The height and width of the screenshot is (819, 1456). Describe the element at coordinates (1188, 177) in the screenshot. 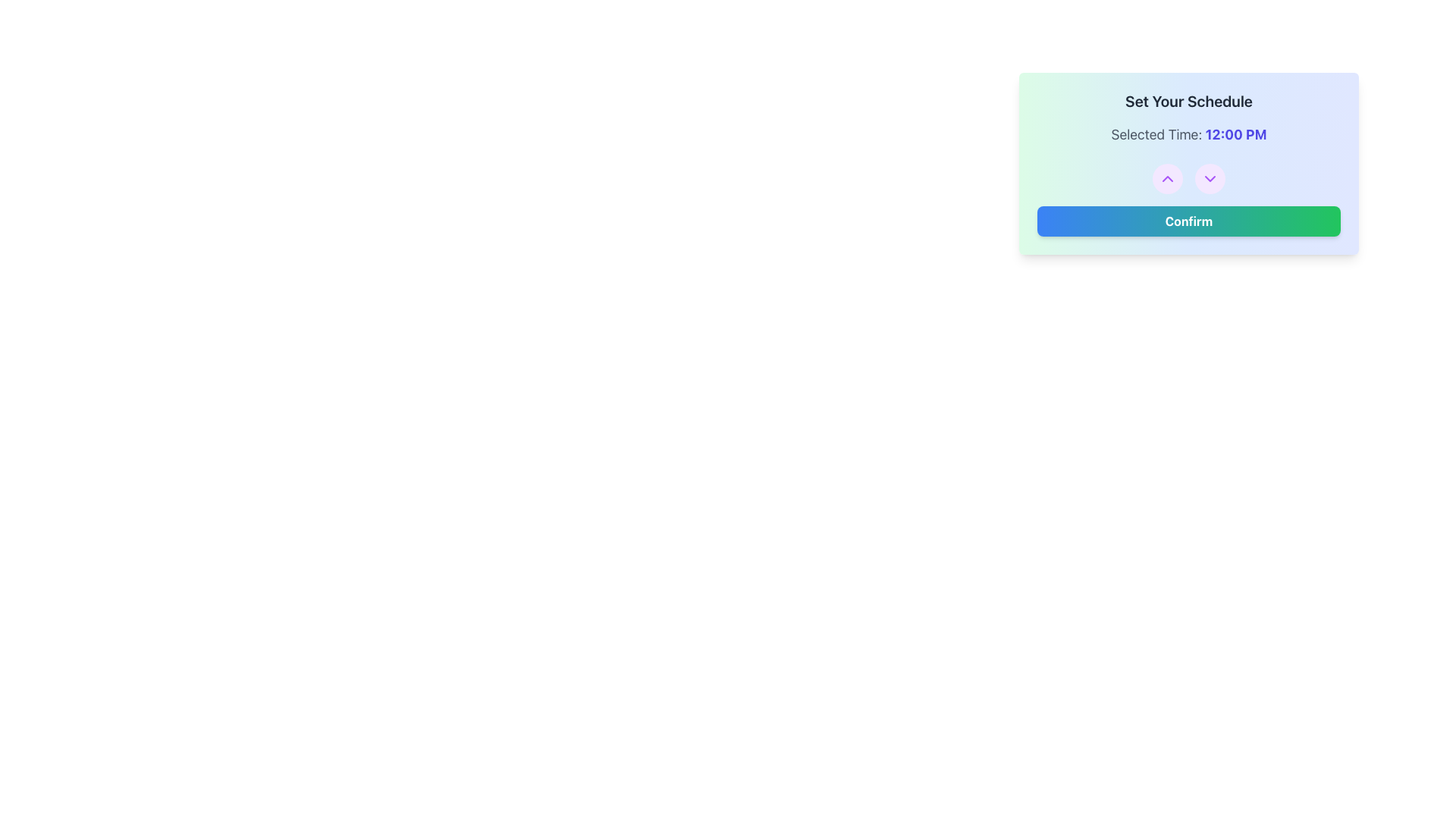

I see `the left circular button with an up-chevron icon in the time adjustment group` at that location.